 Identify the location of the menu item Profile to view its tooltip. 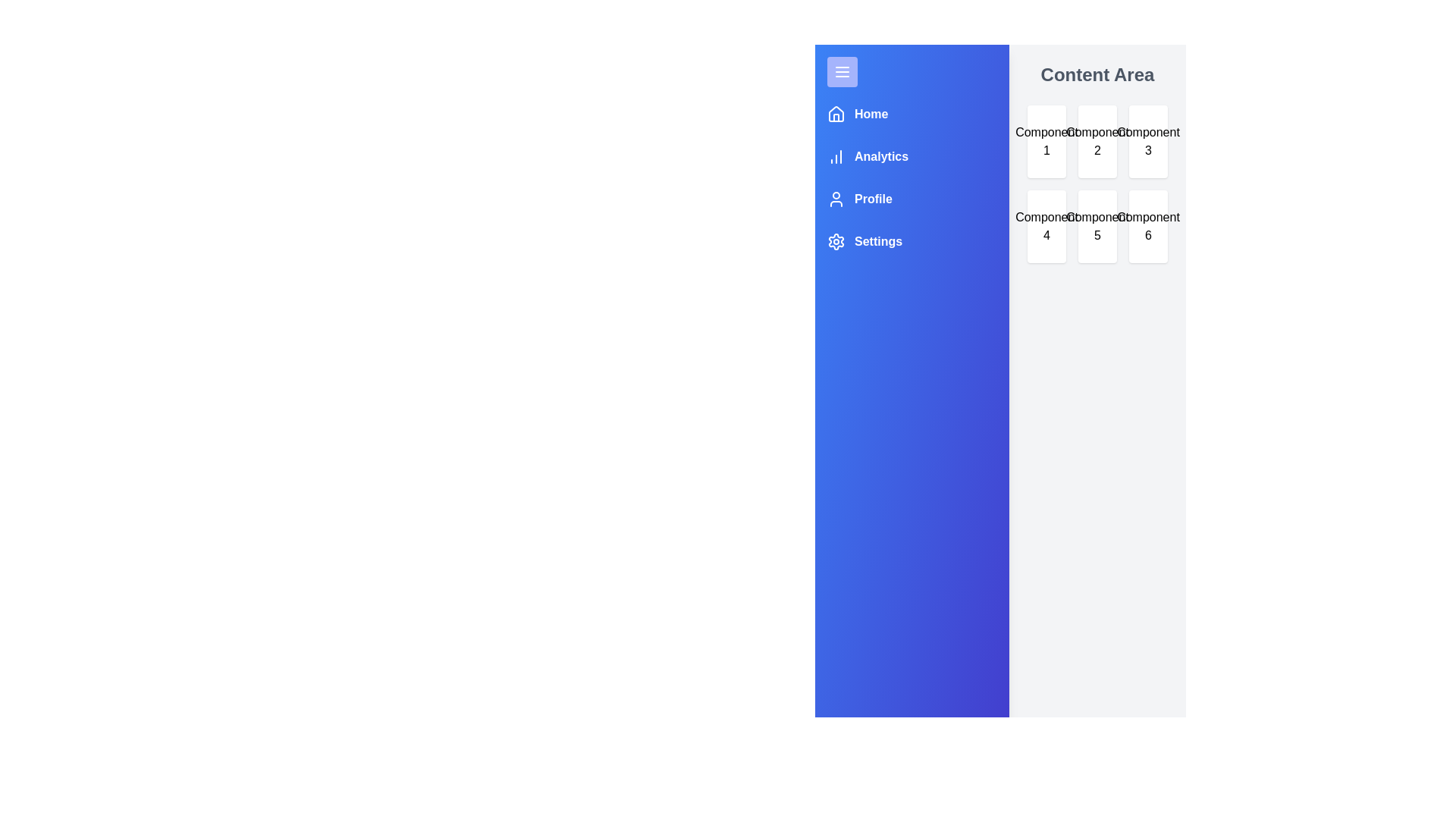
(859, 198).